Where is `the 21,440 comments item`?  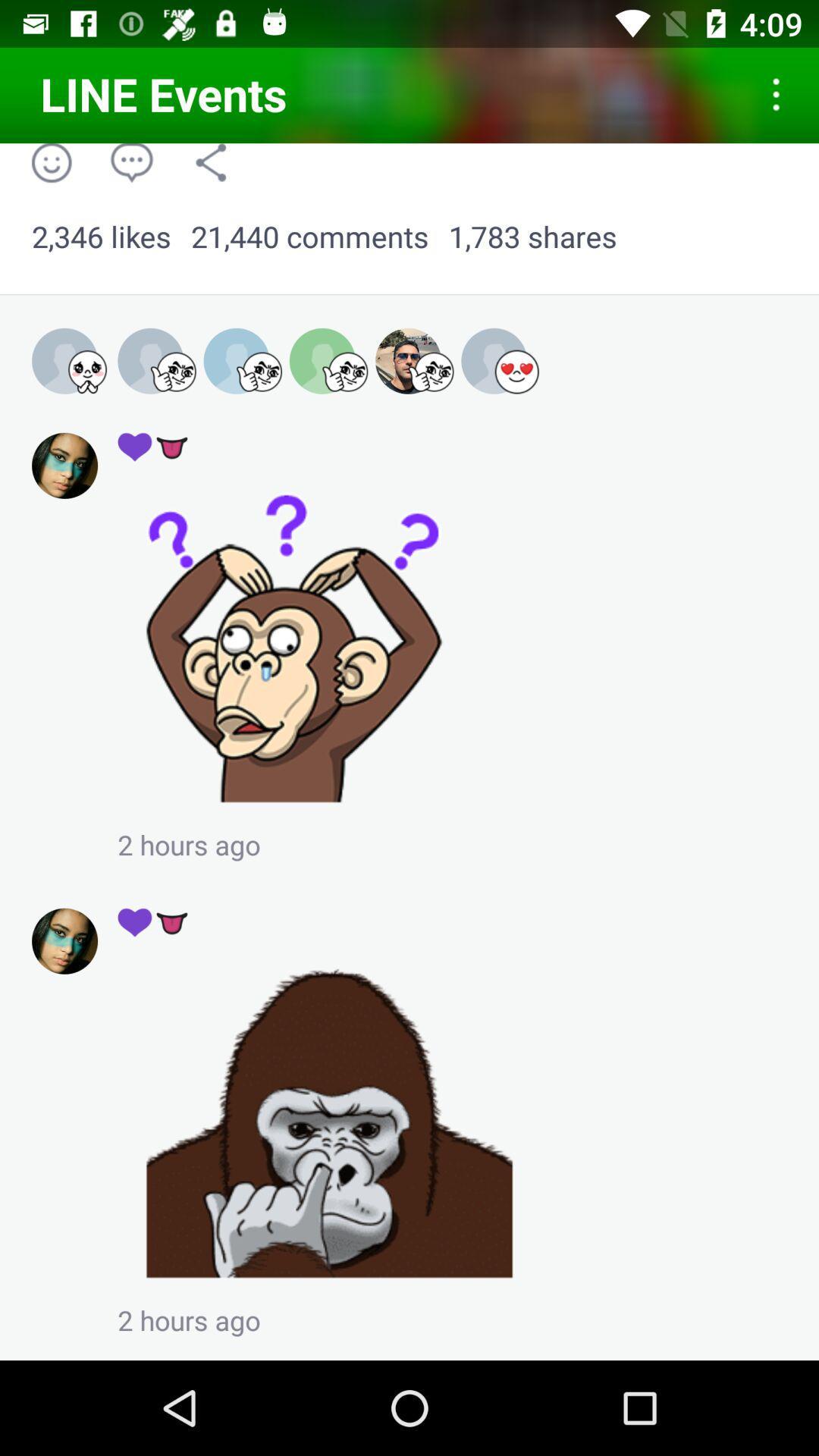 the 21,440 comments item is located at coordinates (309, 237).